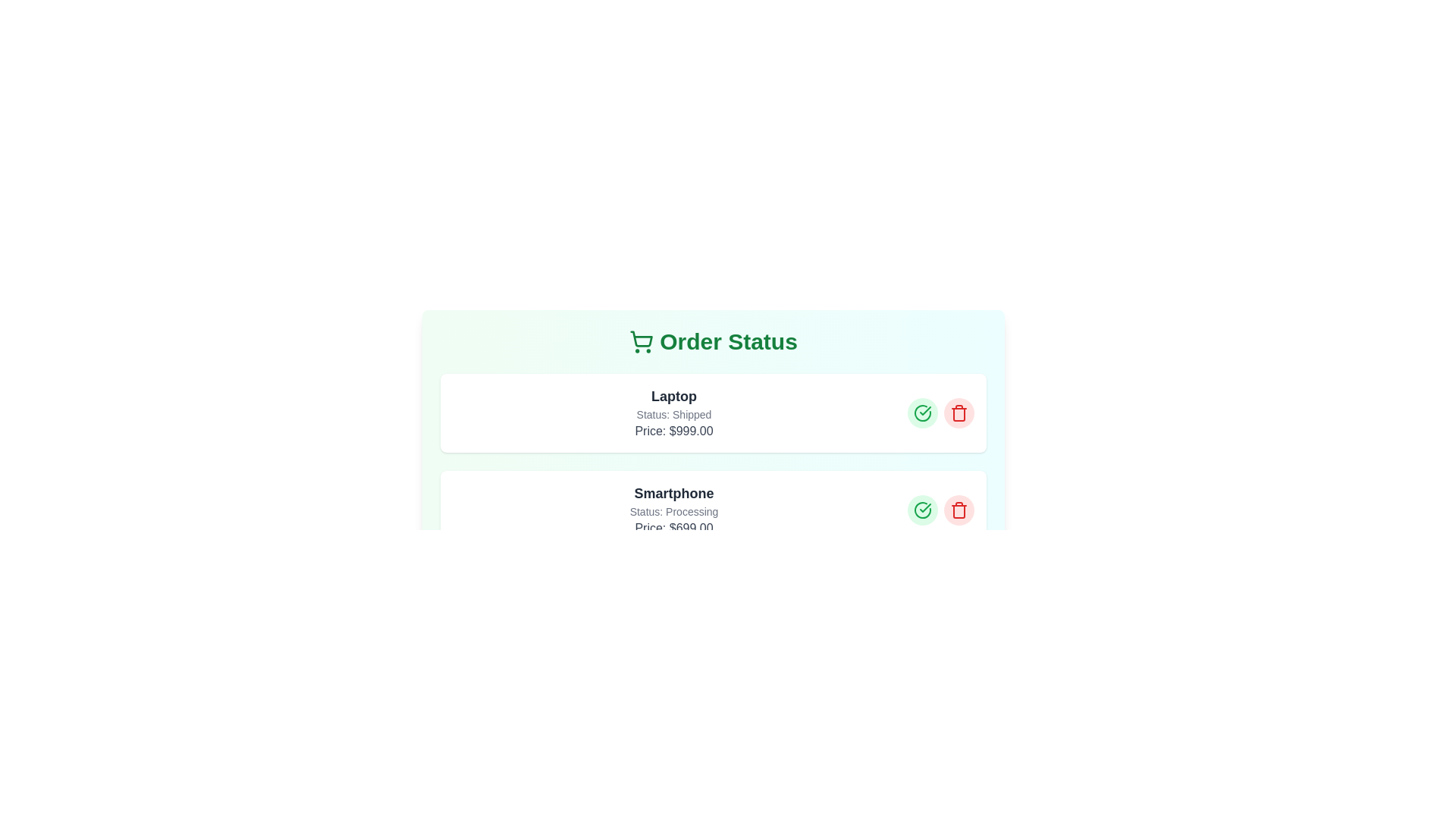  What do you see at coordinates (922, 413) in the screenshot?
I see `'Mark as Completed' button for the order with item Laptop` at bounding box center [922, 413].